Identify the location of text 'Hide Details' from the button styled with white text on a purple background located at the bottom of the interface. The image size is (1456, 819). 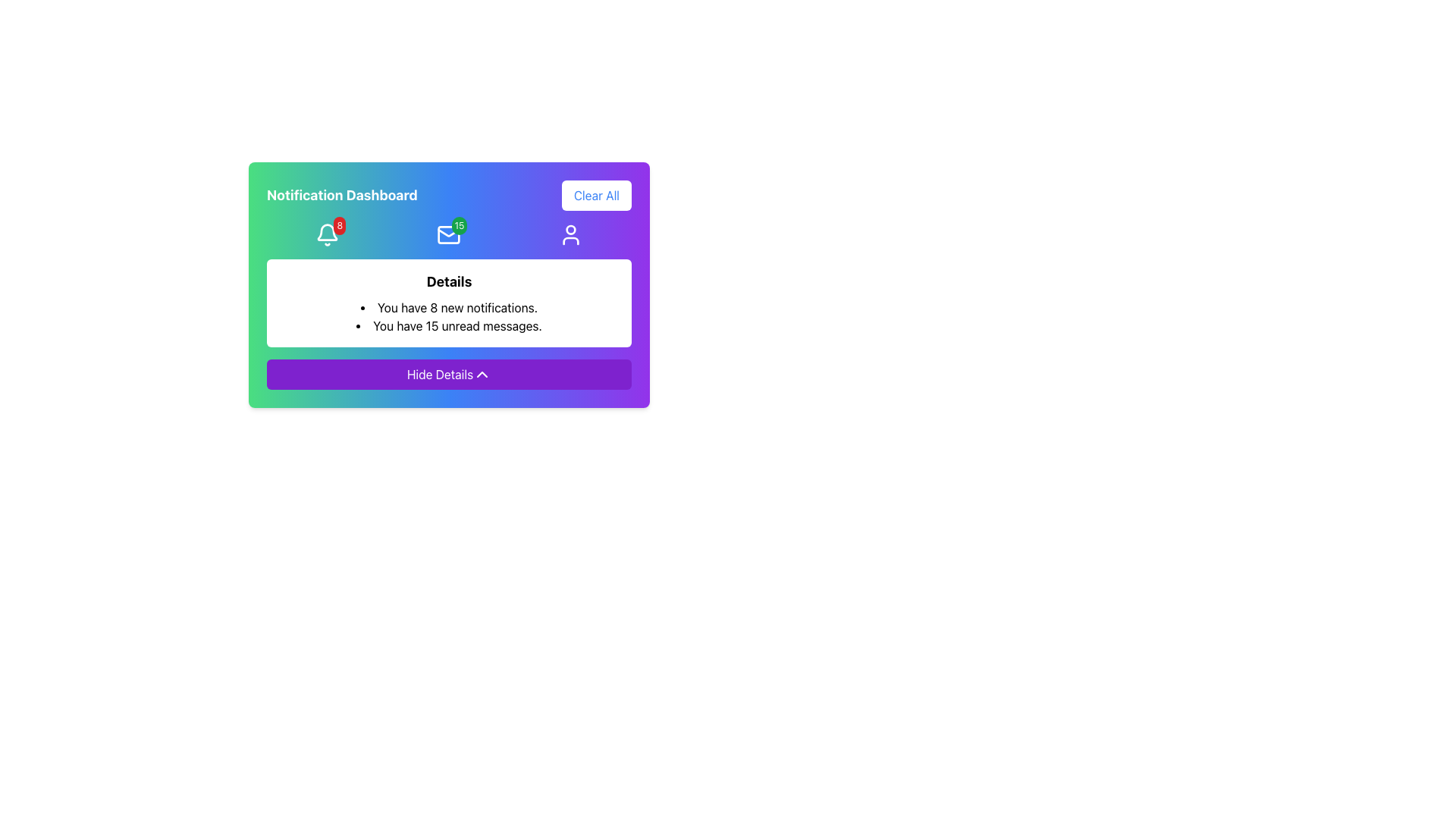
(439, 374).